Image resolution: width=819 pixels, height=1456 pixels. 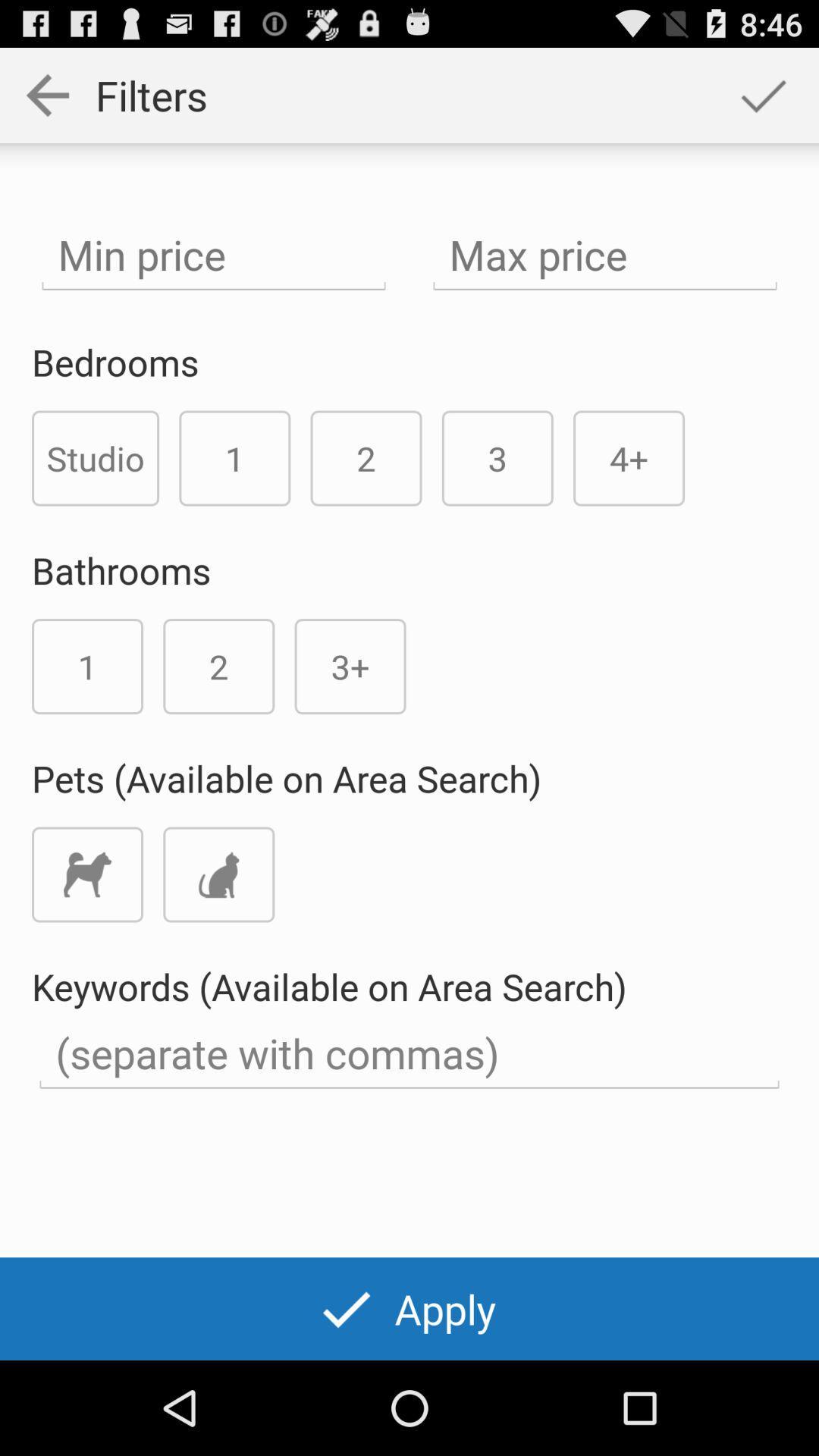 I want to click on the item to the left of the 1 icon, so click(x=96, y=457).